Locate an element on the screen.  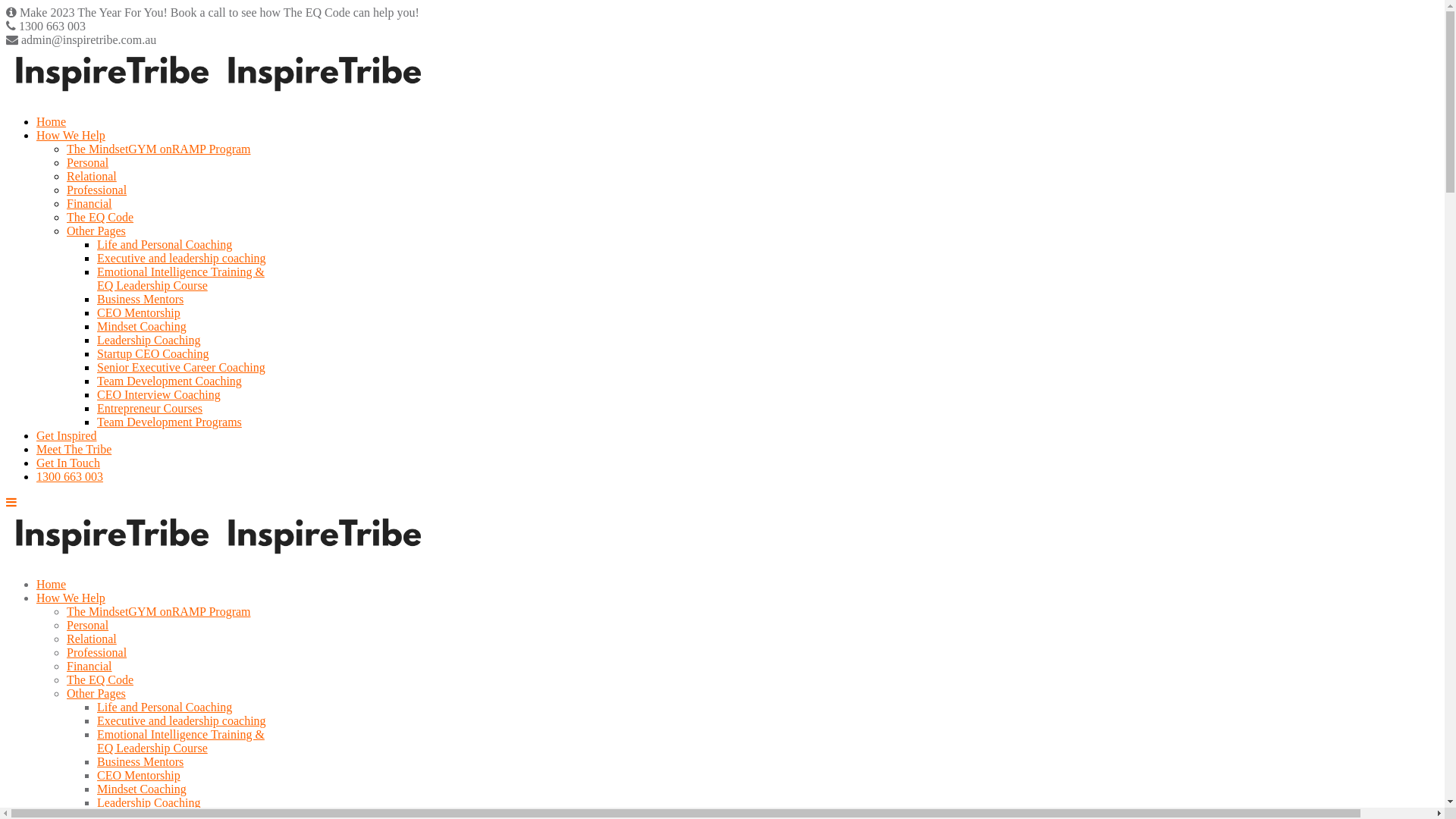
'Leadership Coaching' is located at coordinates (149, 339).